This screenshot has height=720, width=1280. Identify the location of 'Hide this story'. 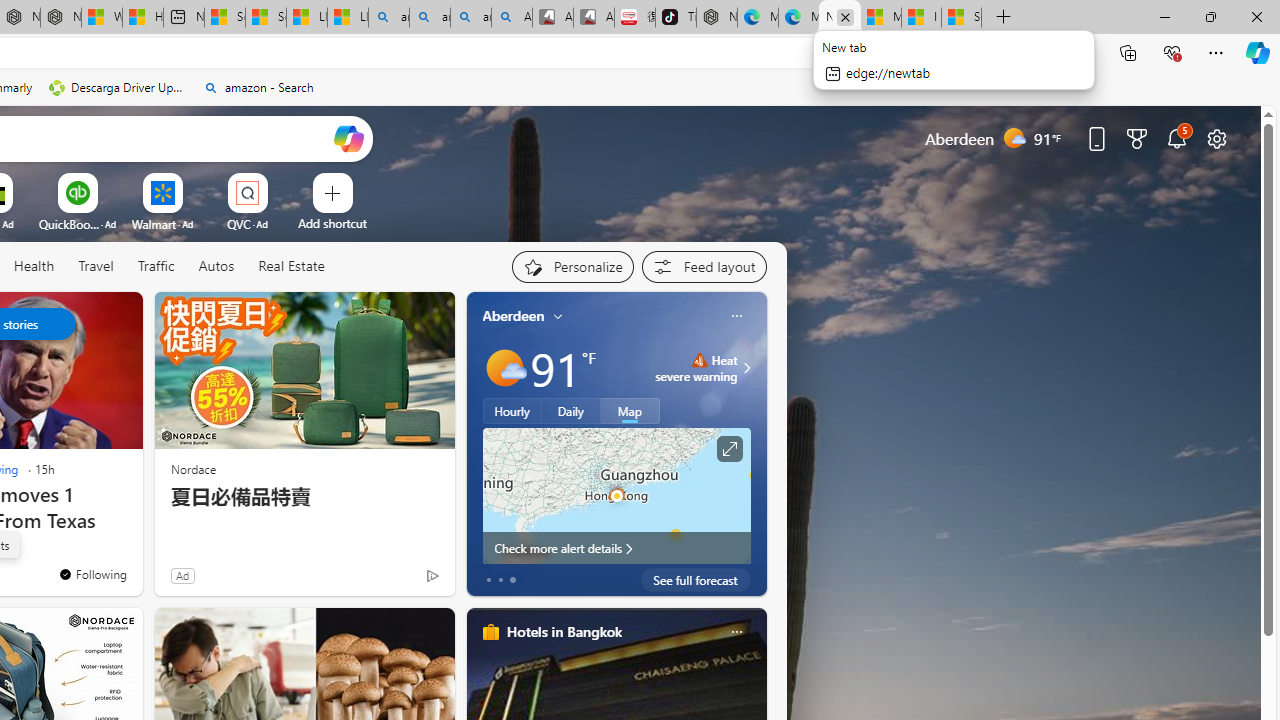
(81, 315).